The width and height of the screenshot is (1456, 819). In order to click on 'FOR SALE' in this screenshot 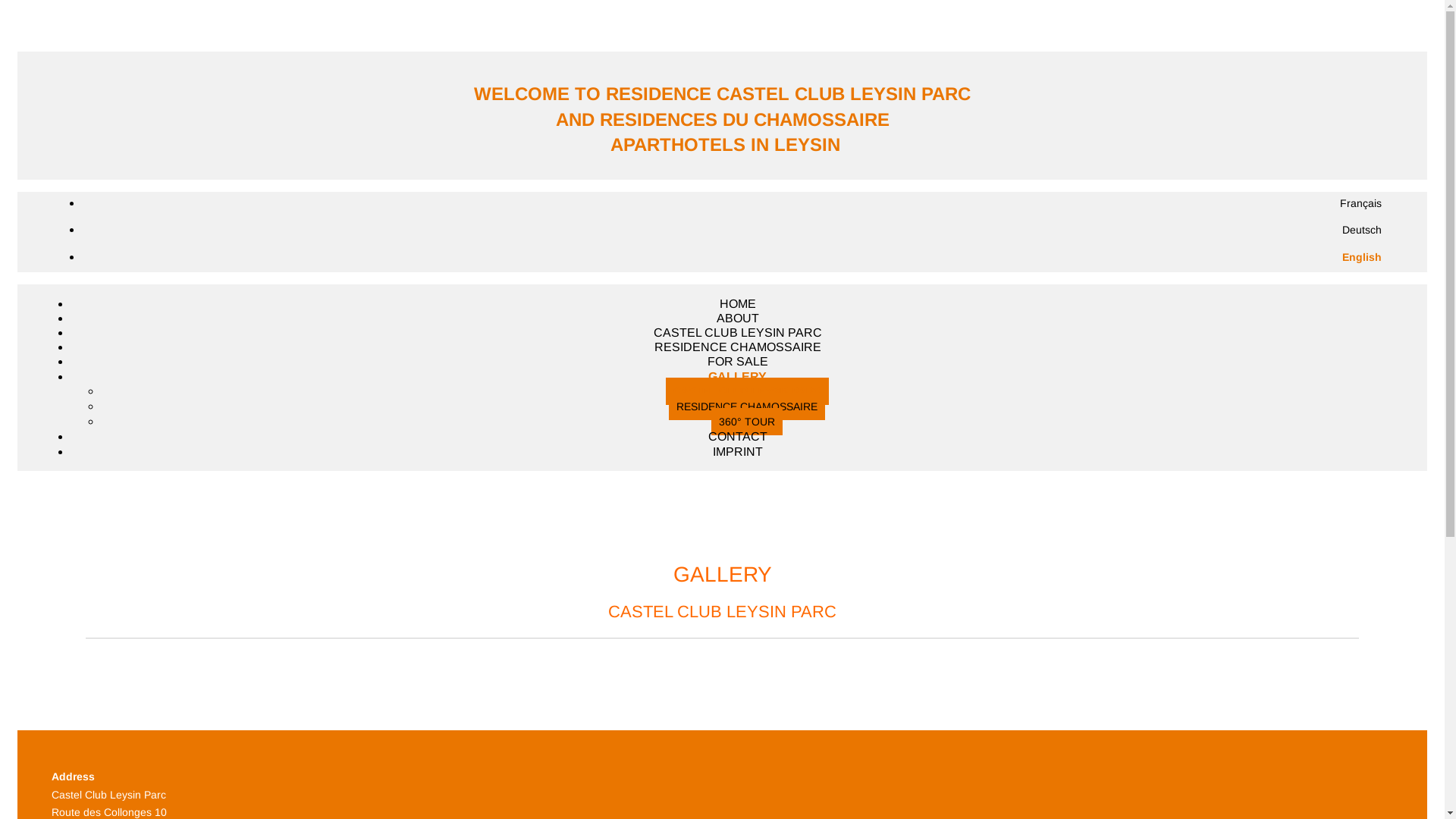, I will do `click(736, 361)`.